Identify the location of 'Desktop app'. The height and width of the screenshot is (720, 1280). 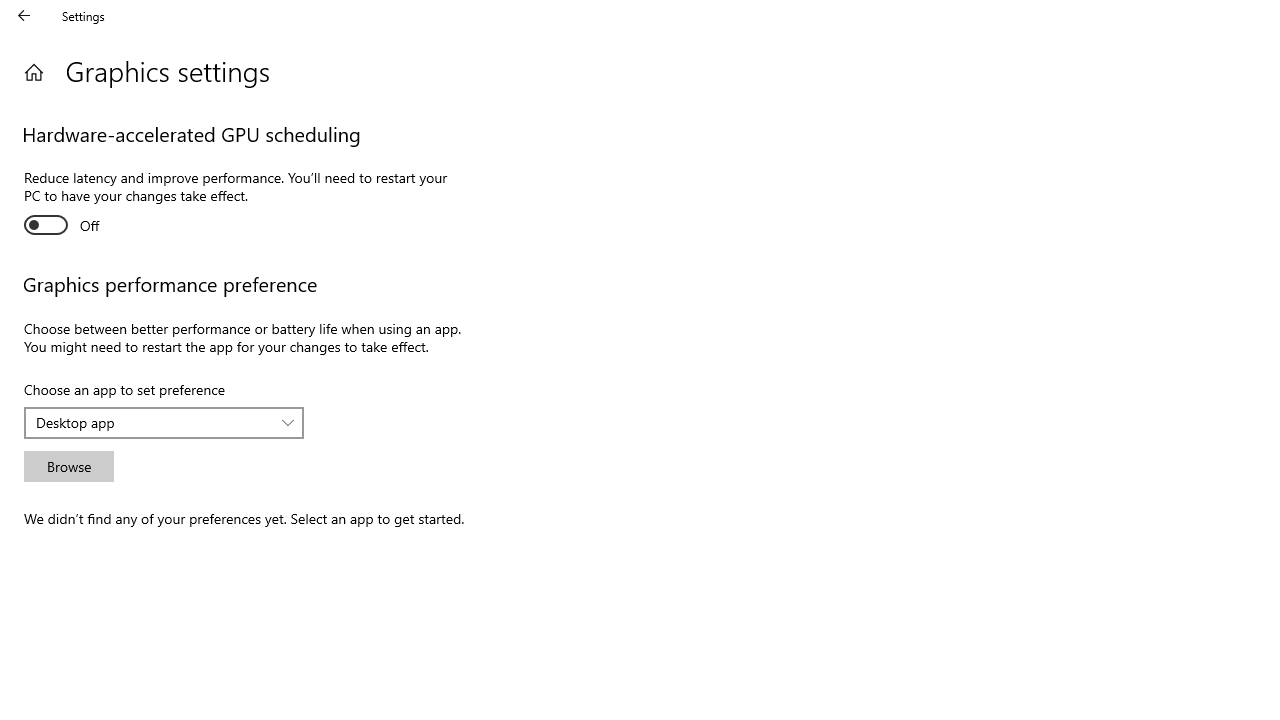
(152, 421).